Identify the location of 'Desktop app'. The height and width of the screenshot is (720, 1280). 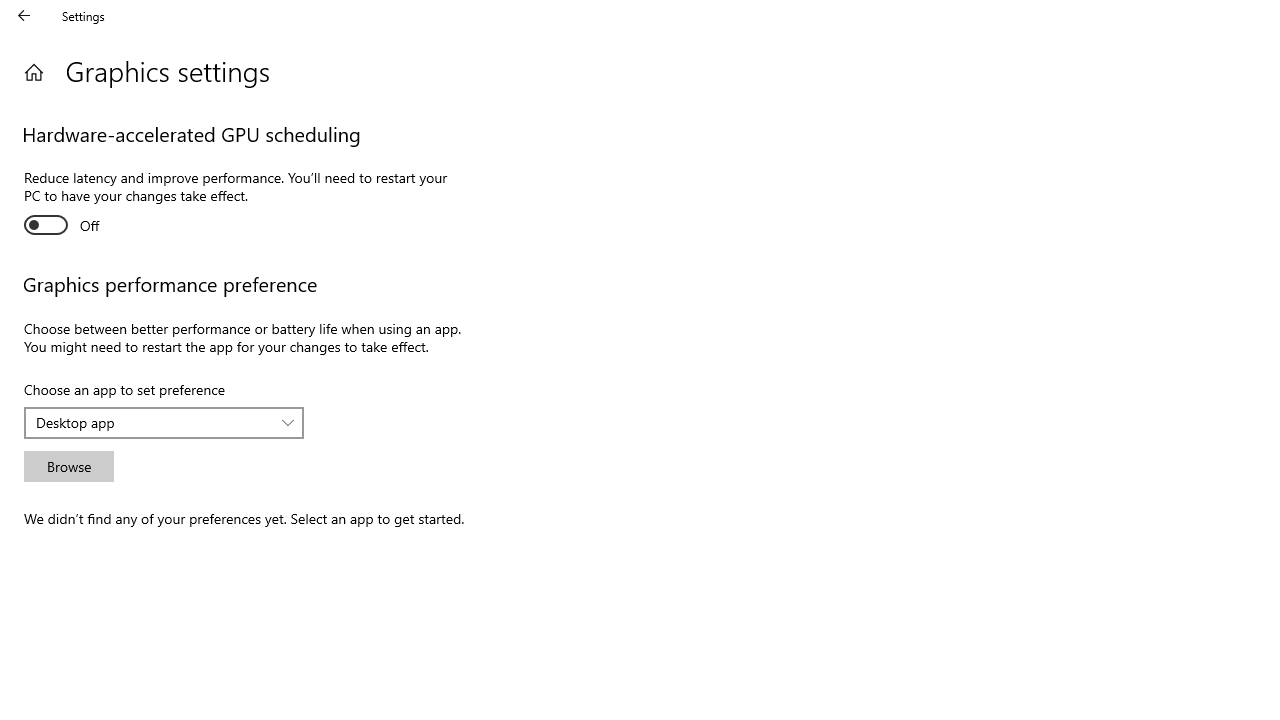
(152, 421).